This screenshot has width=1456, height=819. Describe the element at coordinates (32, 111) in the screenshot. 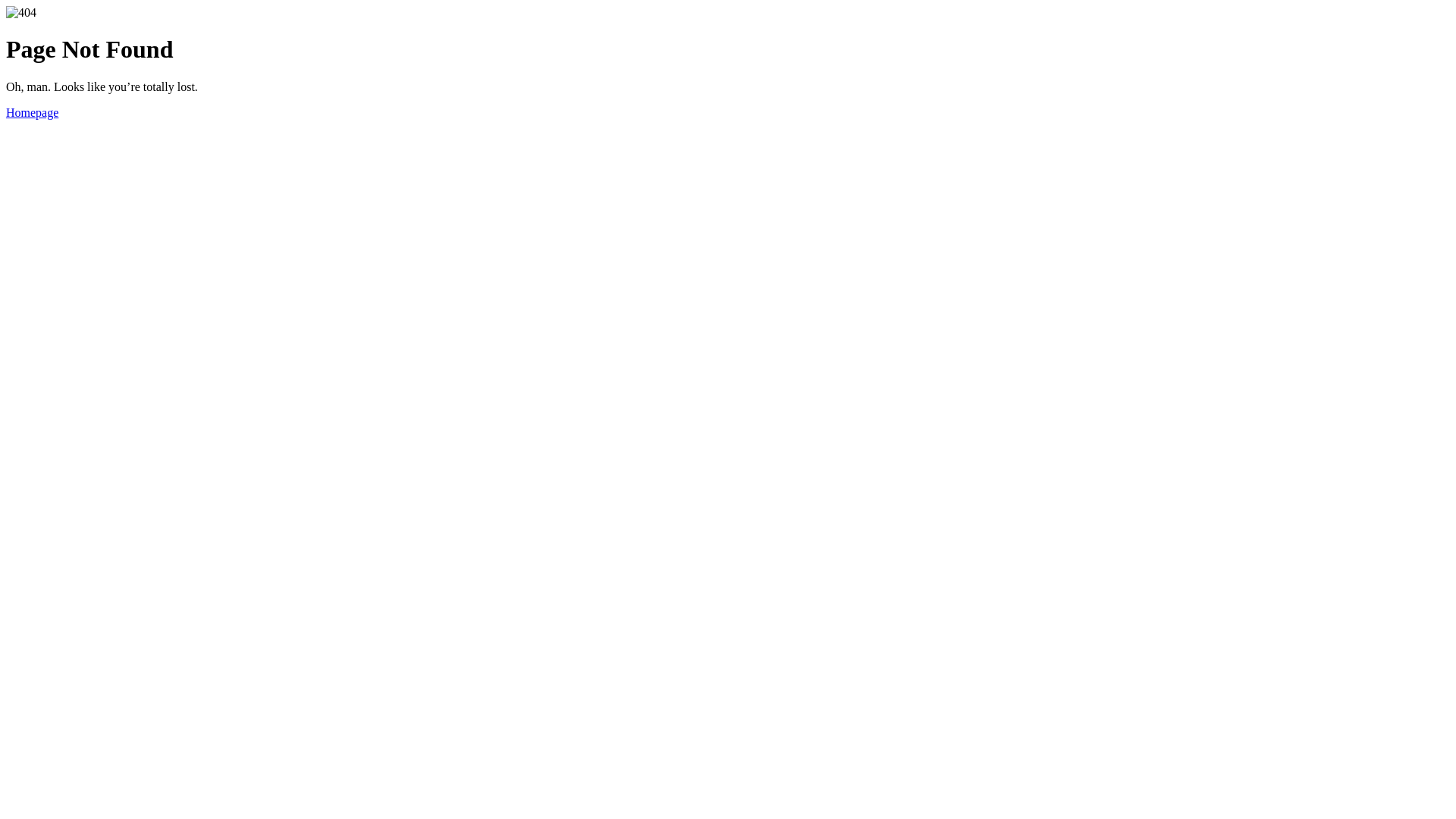

I see `'Homepage'` at that location.